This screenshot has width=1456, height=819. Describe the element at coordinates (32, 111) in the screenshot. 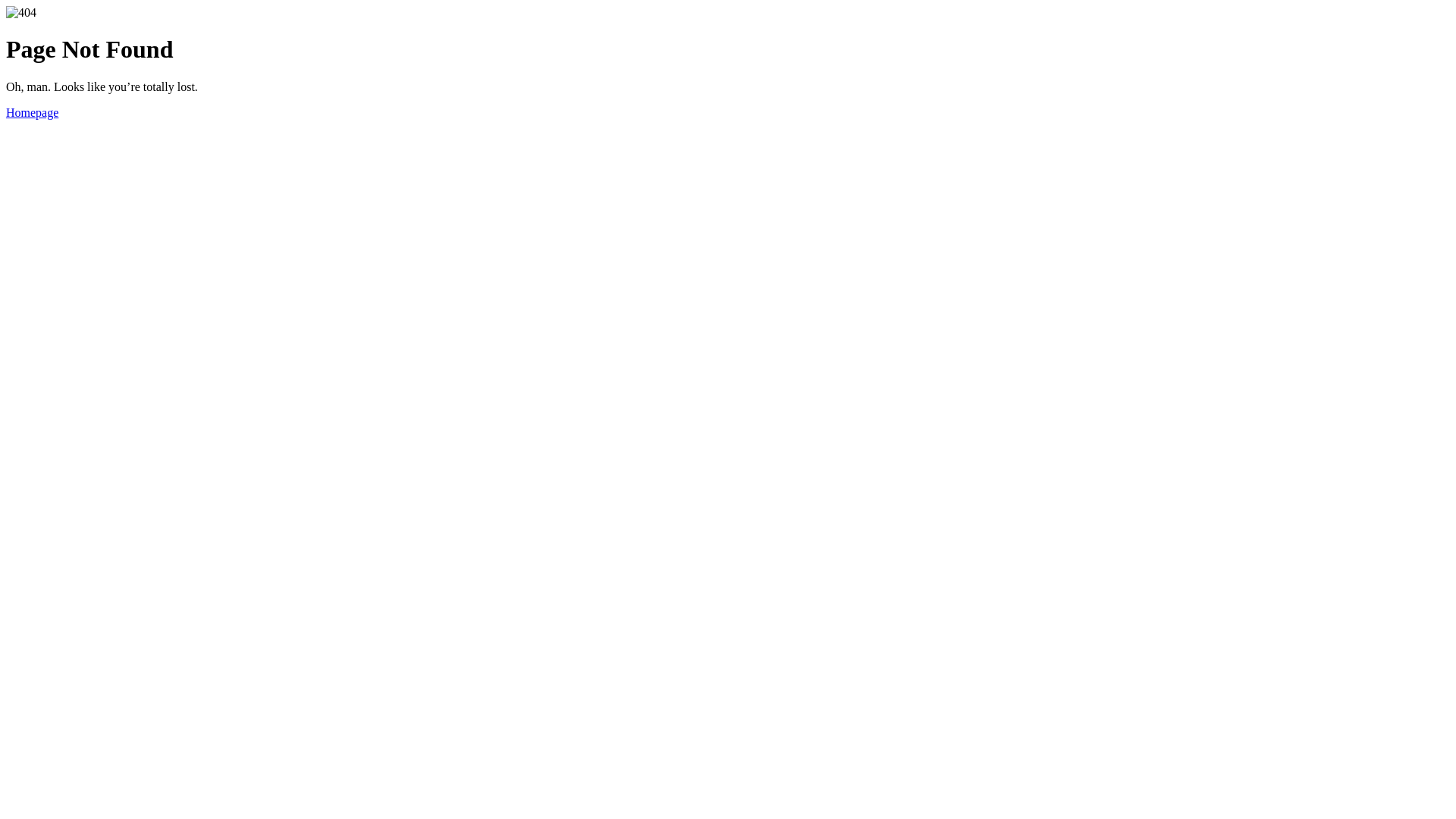

I see `'Homepage'` at that location.